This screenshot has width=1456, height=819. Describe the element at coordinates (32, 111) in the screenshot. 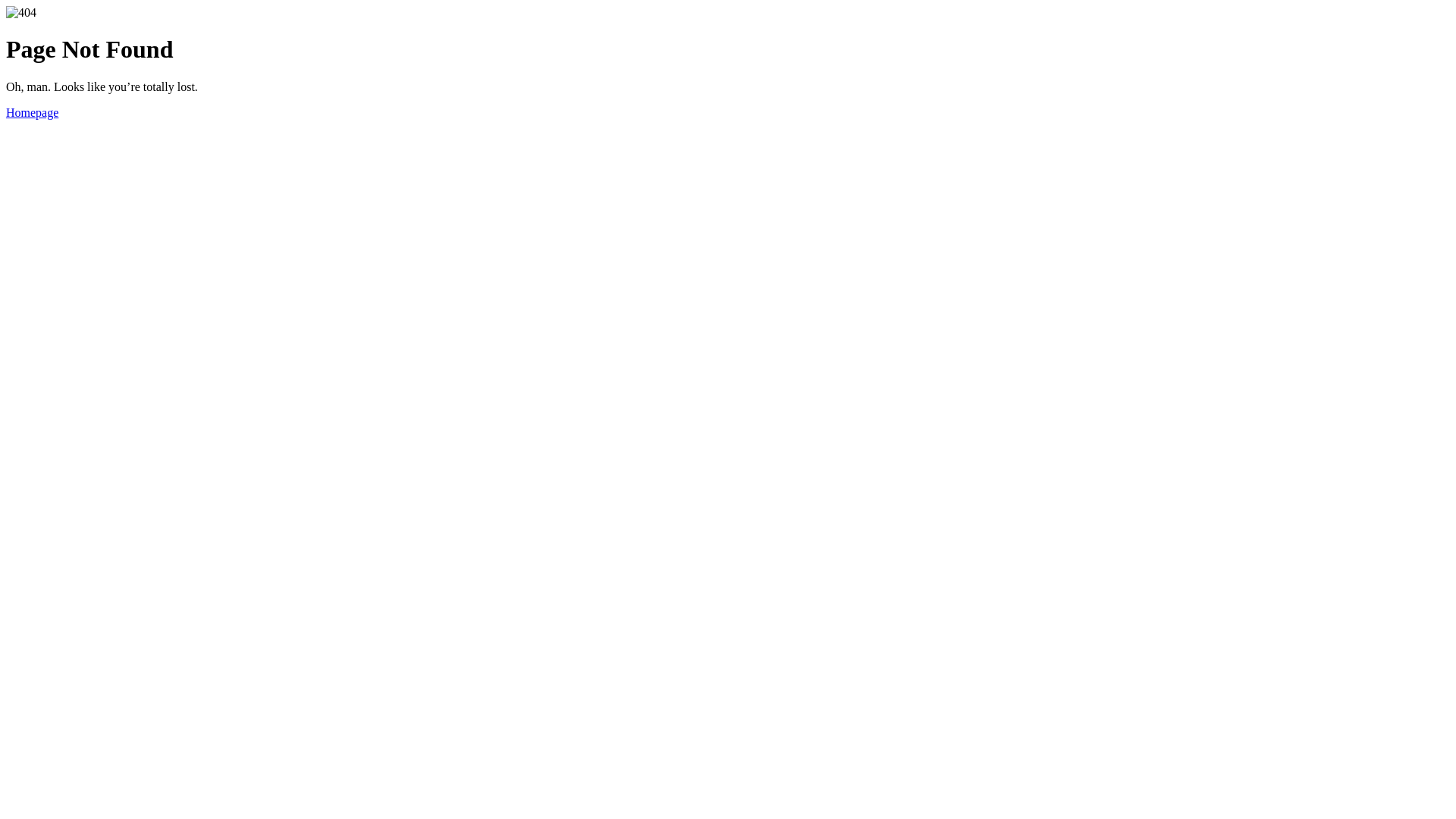

I see `'Homepage'` at that location.